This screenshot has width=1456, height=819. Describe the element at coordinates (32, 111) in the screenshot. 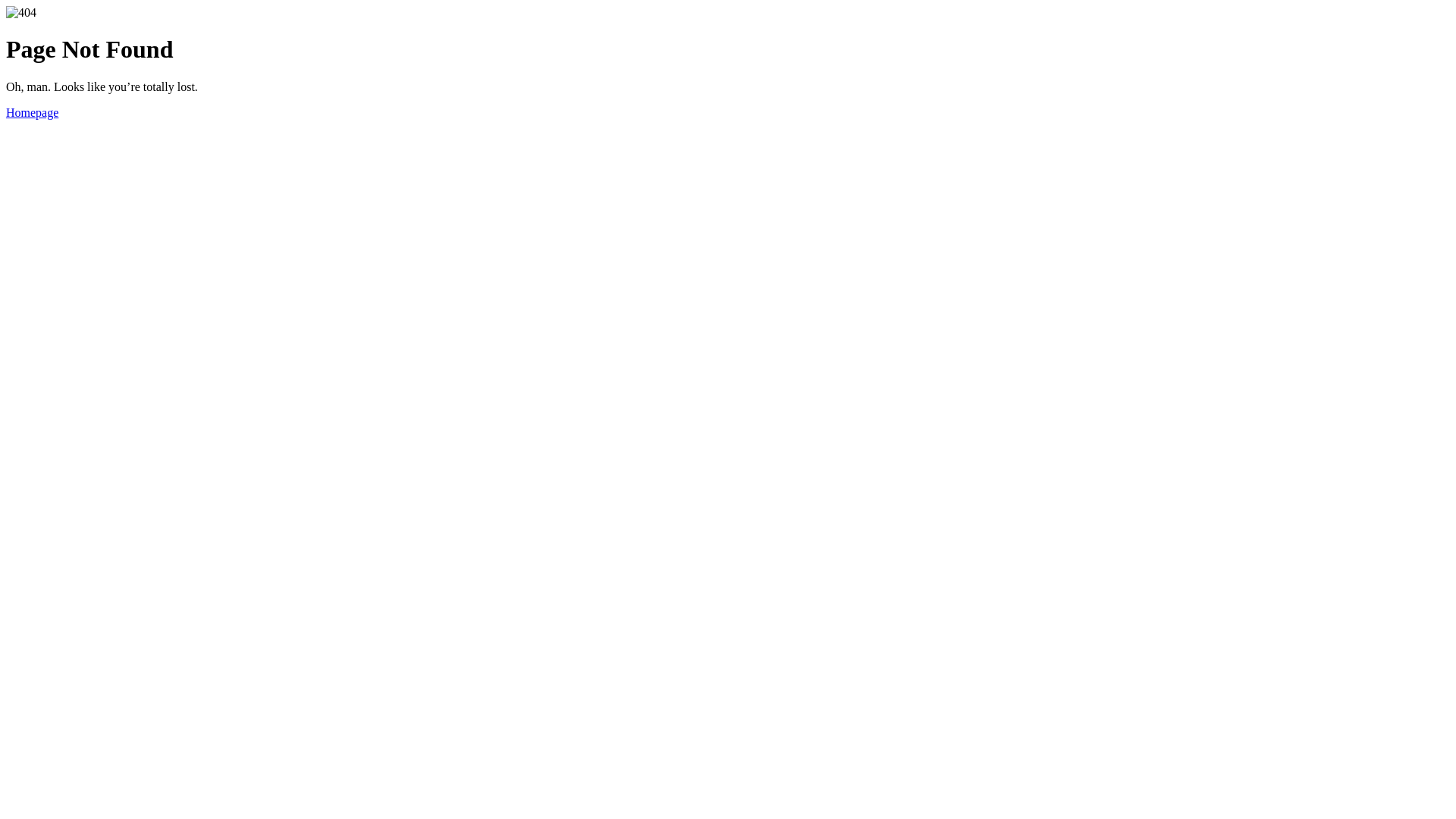

I see `'Homepage'` at that location.